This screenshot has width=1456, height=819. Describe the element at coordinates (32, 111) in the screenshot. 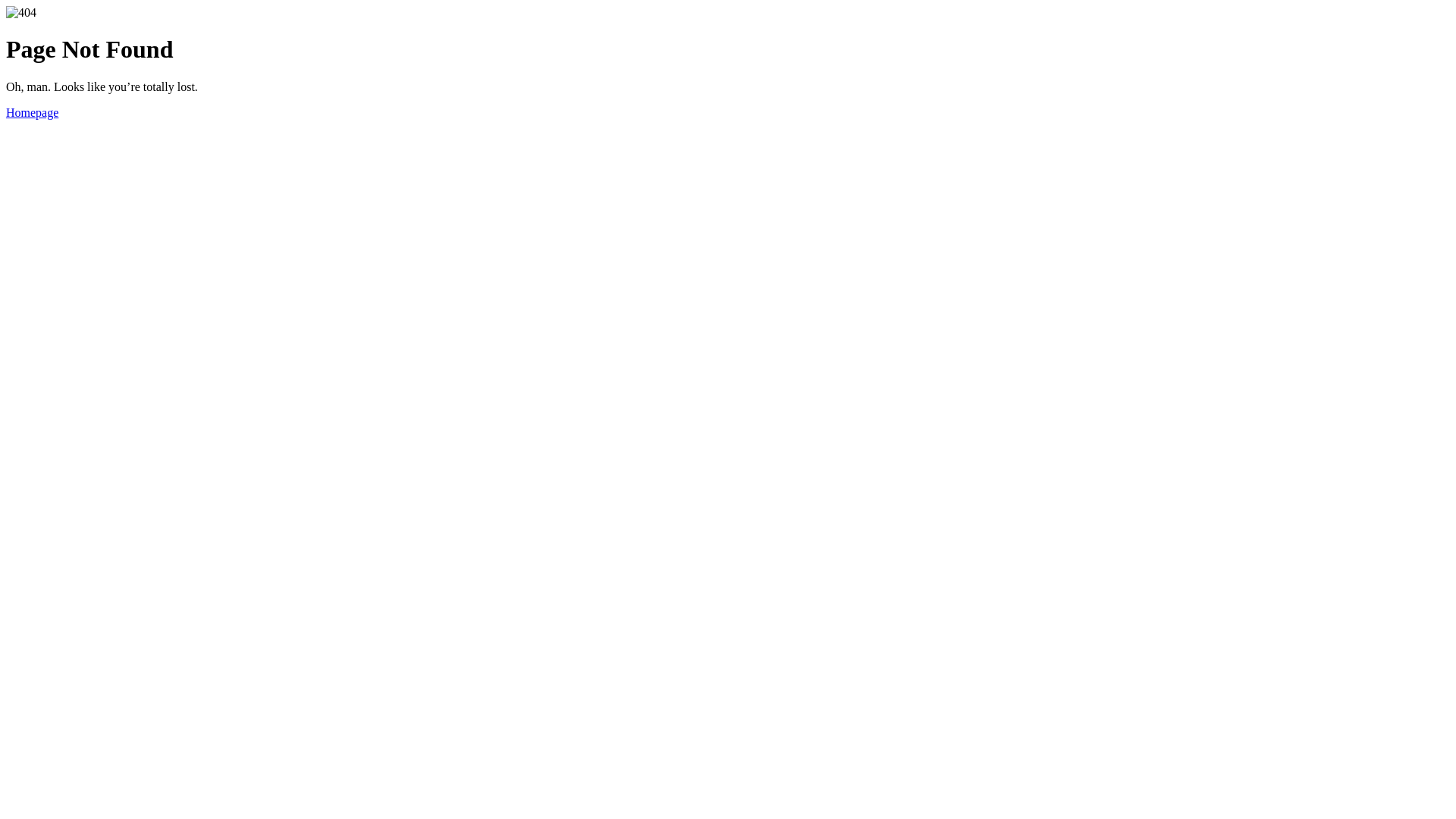

I see `'Homepage'` at that location.